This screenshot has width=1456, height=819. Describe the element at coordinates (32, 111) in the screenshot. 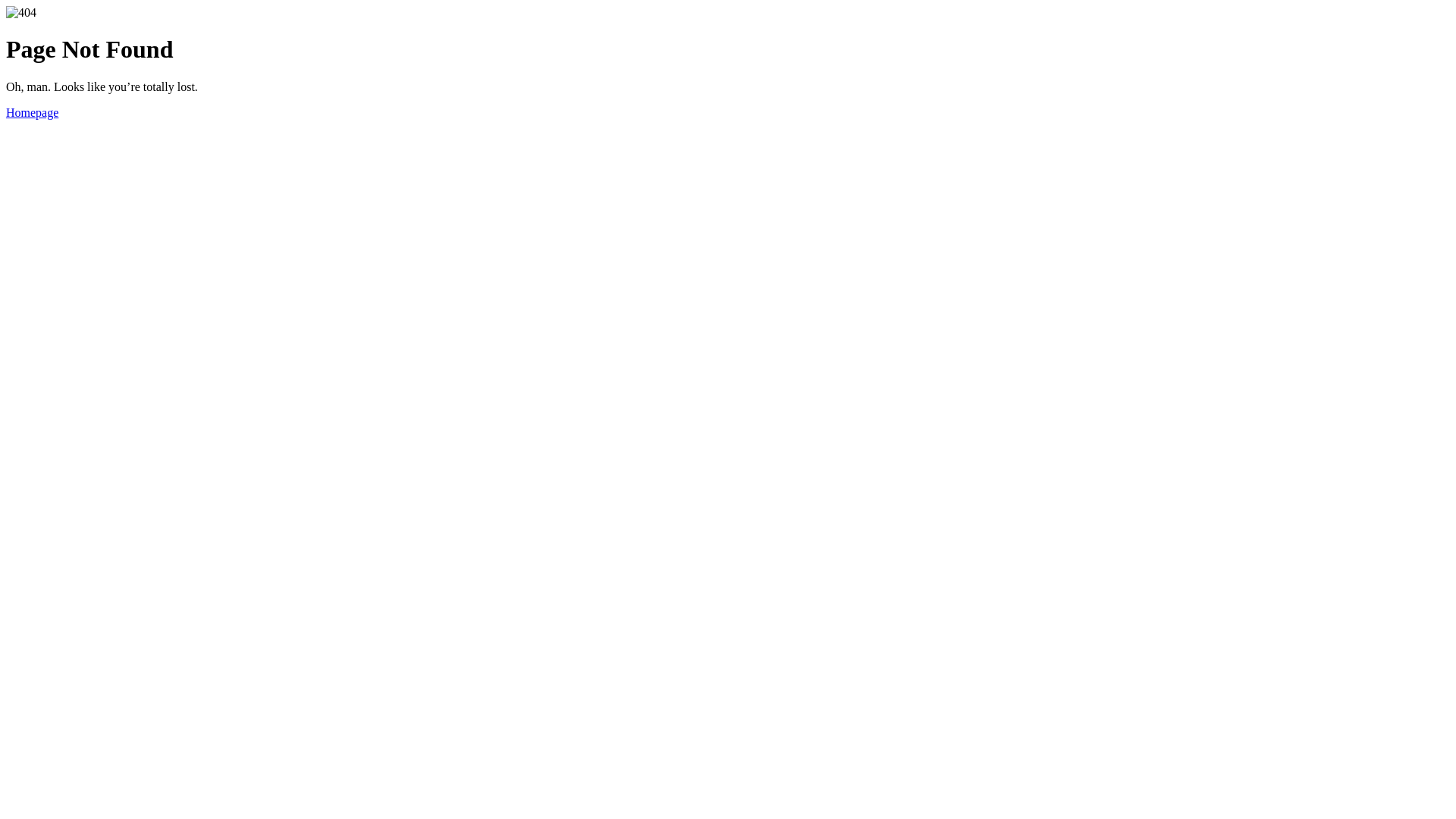

I see `'Homepage'` at that location.